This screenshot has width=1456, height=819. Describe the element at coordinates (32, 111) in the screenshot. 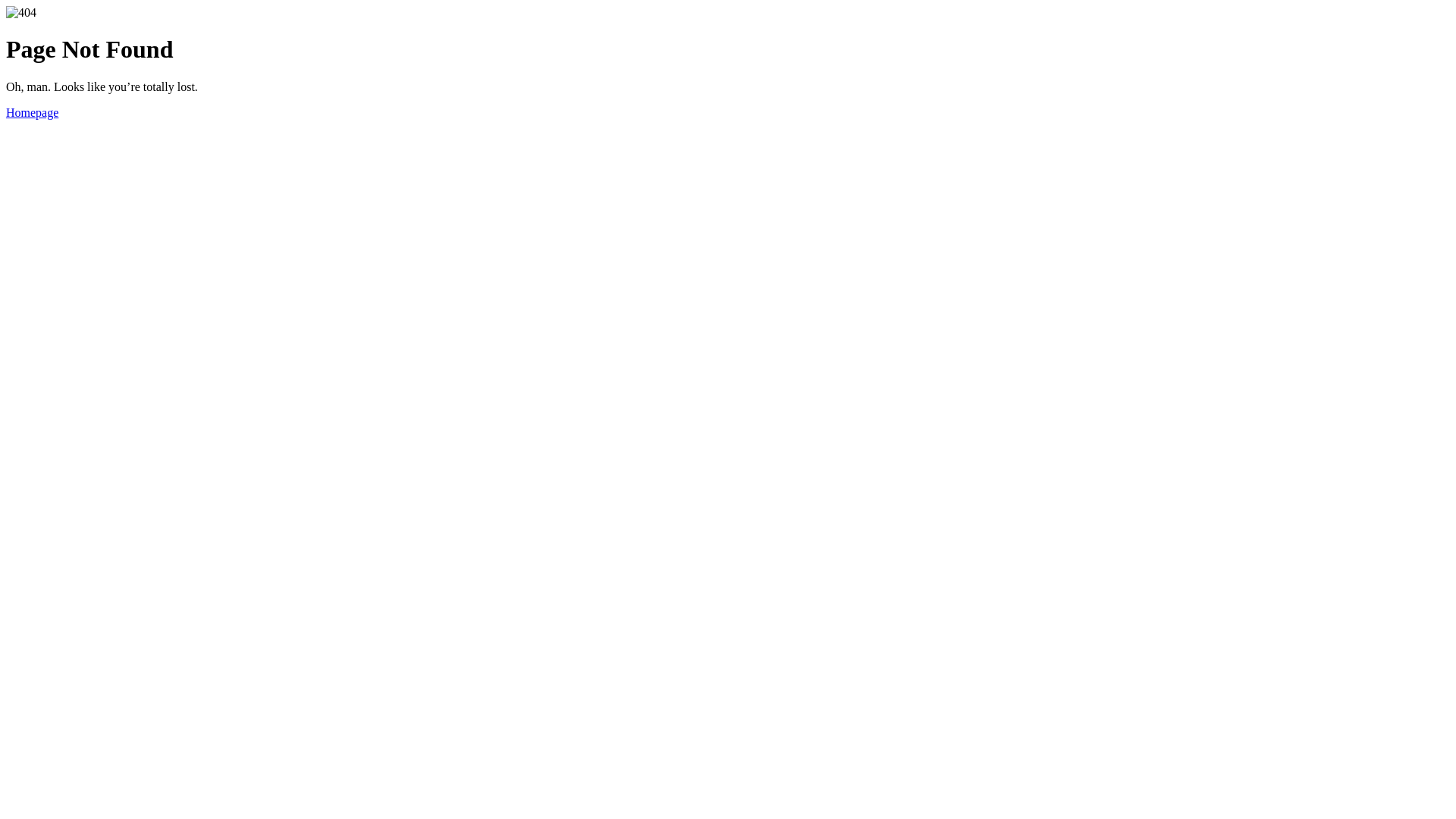

I see `'Homepage'` at that location.